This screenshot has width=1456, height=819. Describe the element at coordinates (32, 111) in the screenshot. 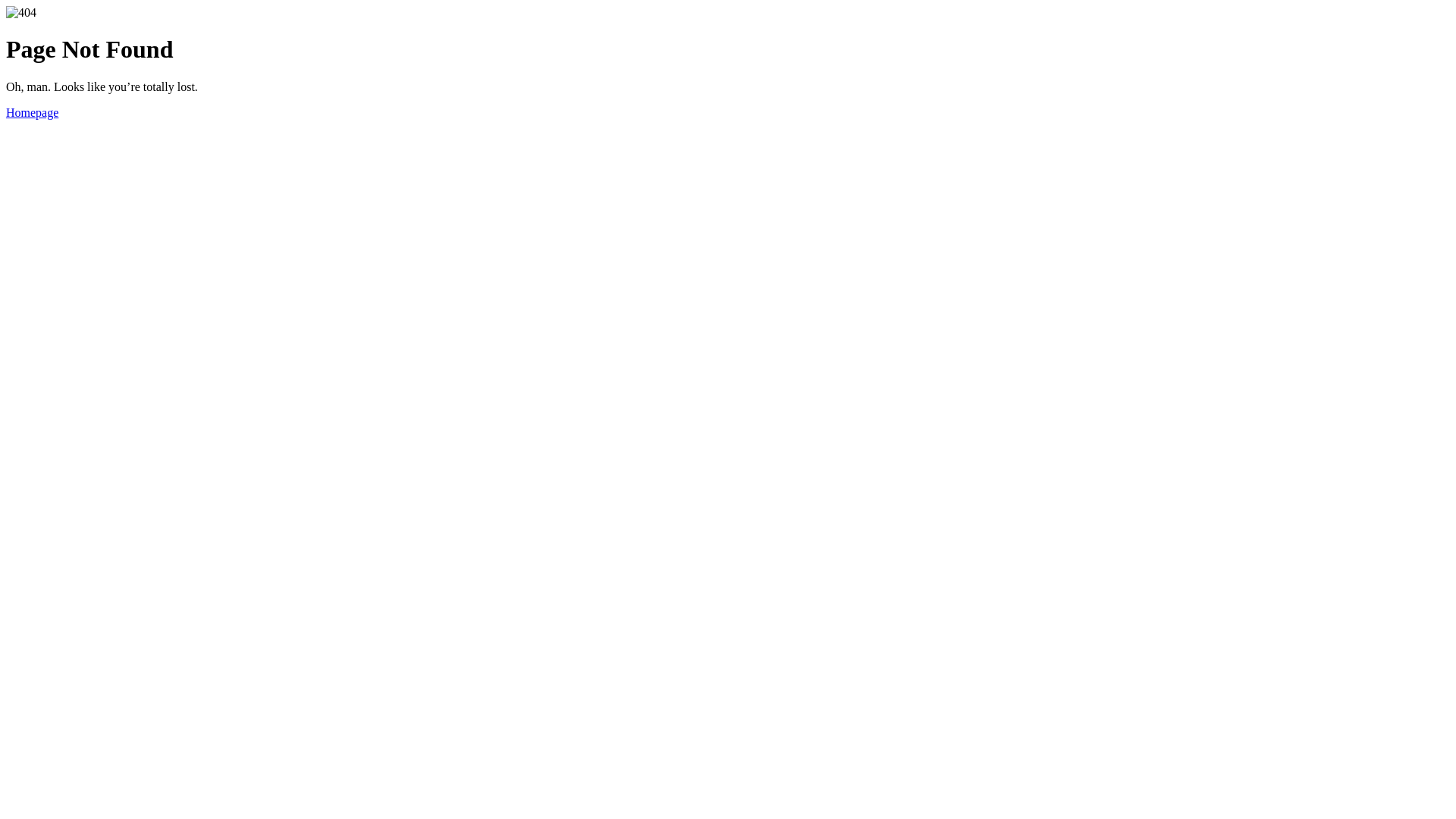

I see `'Homepage'` at that location.